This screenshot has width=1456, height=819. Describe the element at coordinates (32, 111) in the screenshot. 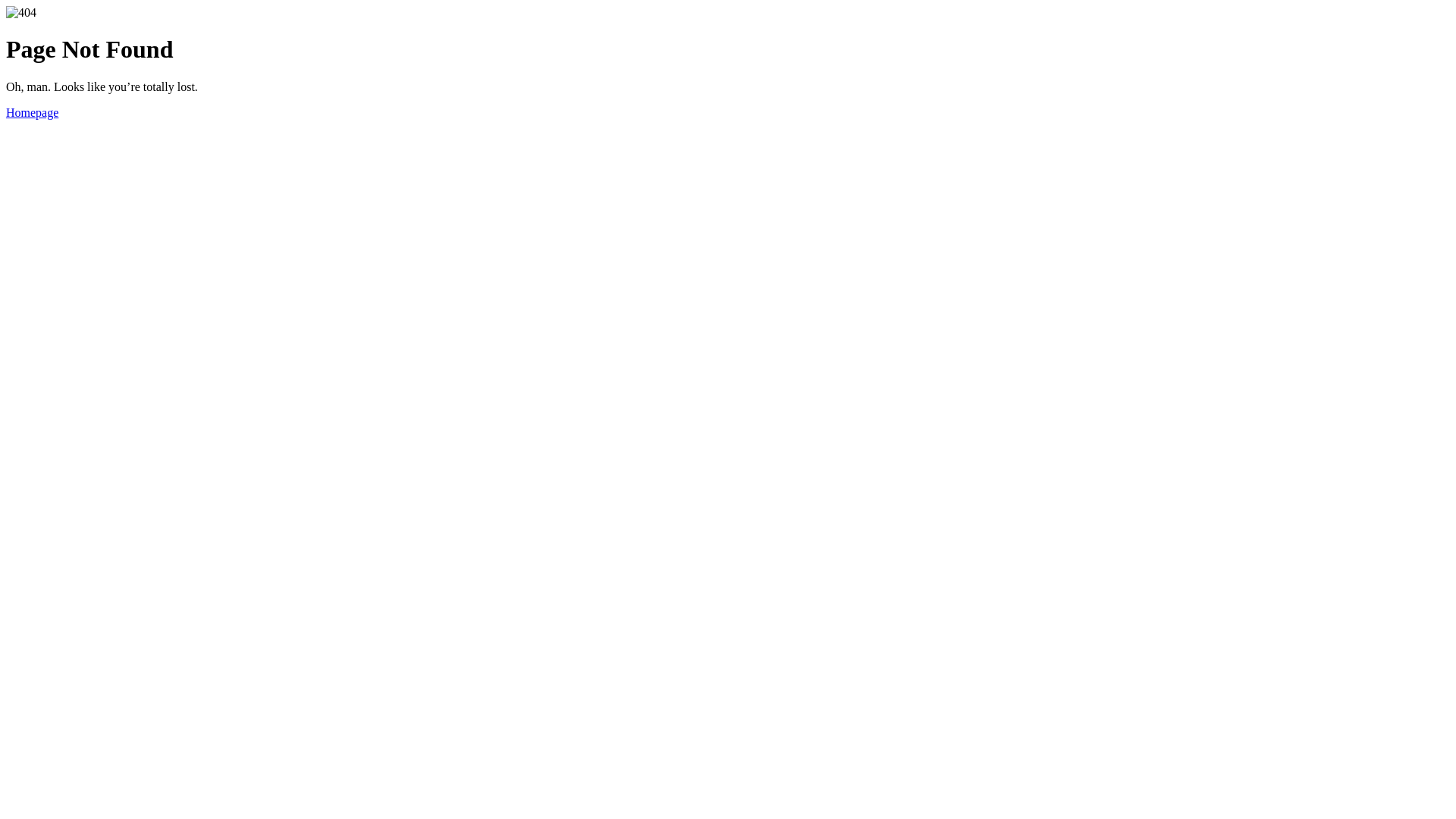

I see `'Homepage'` at that location.